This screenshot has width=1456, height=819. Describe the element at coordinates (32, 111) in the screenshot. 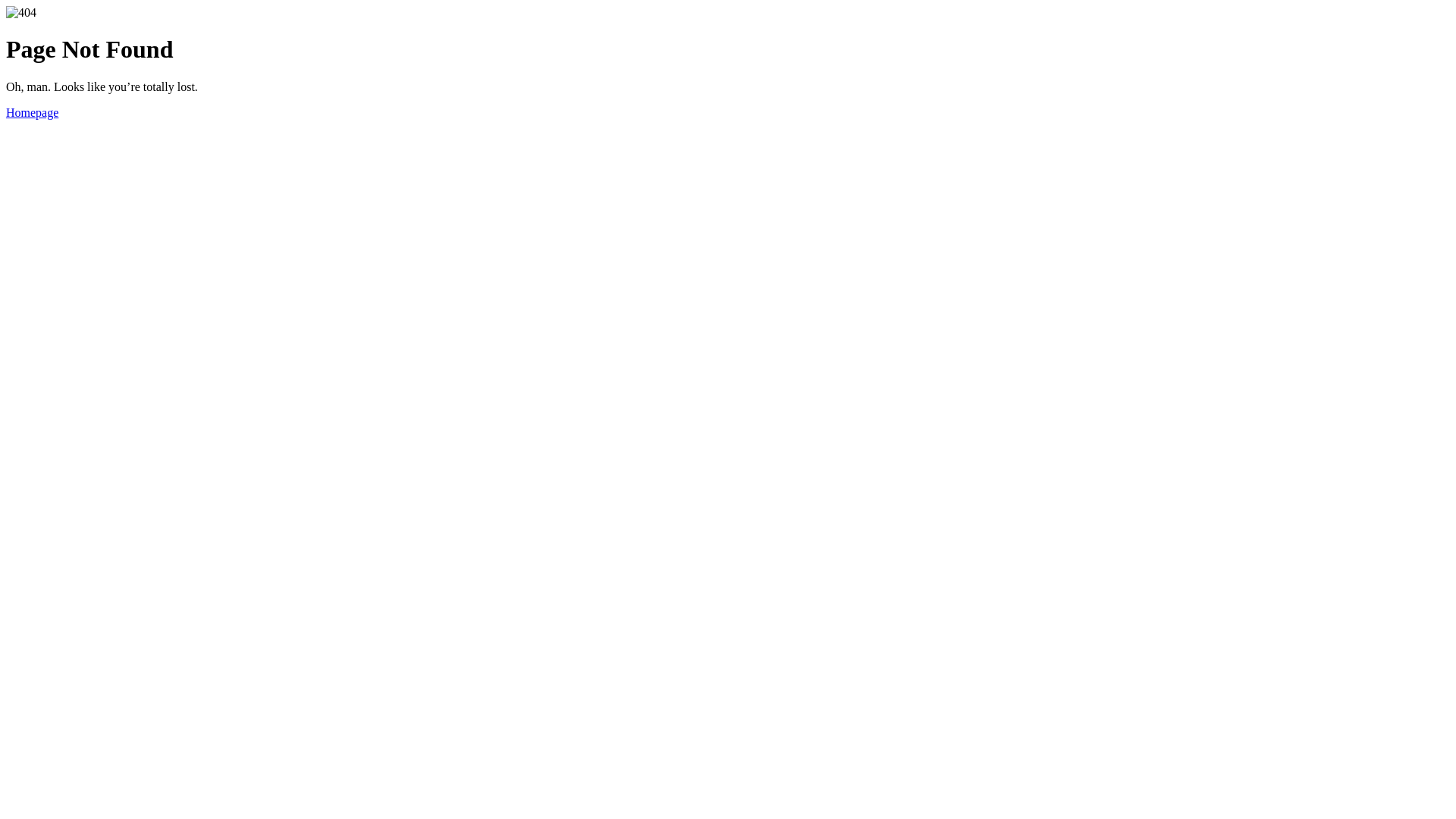

I see `'Homepage'` at that location.